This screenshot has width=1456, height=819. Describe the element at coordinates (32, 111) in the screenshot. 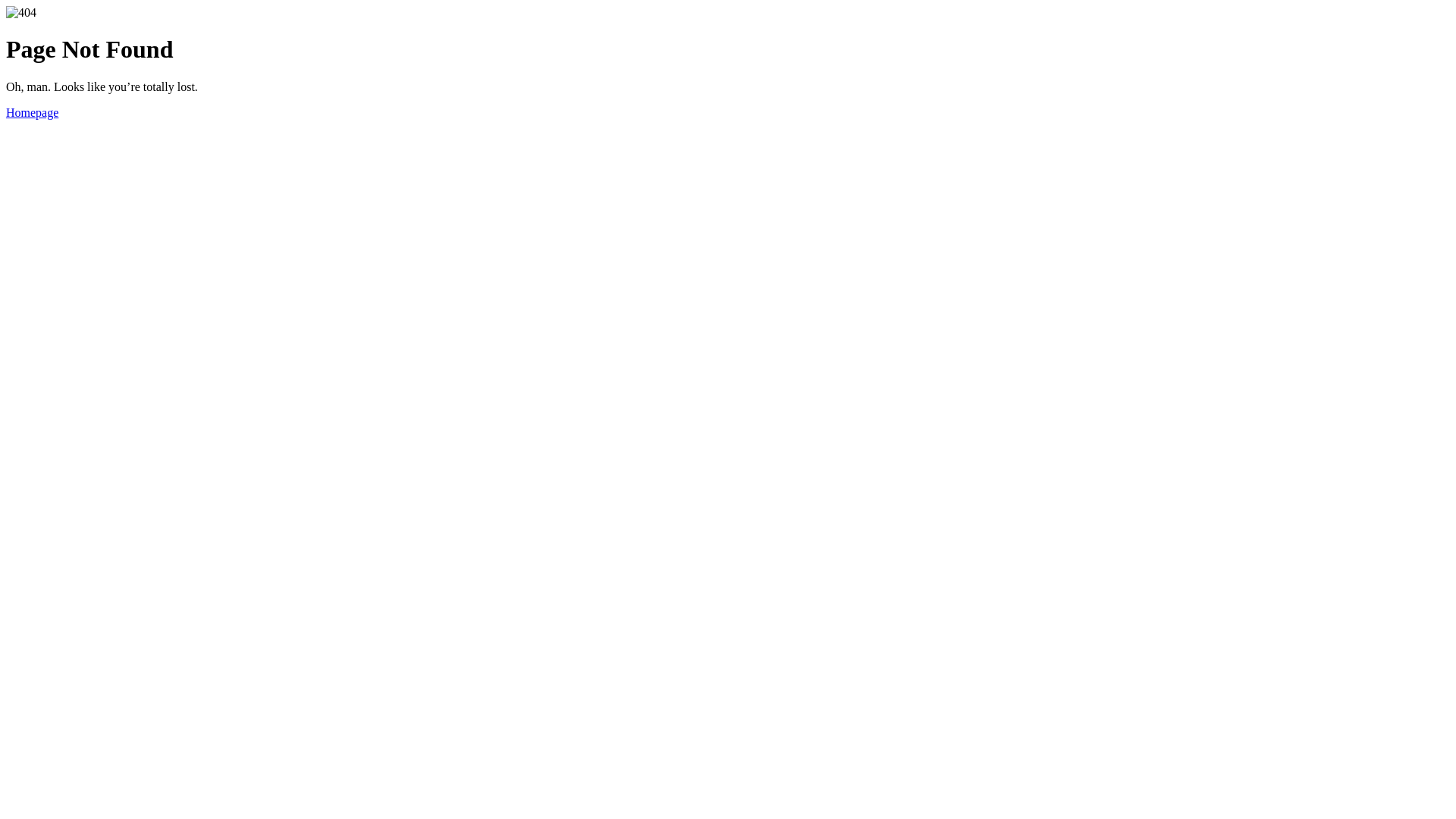

I see `'Homepage'` at that location.